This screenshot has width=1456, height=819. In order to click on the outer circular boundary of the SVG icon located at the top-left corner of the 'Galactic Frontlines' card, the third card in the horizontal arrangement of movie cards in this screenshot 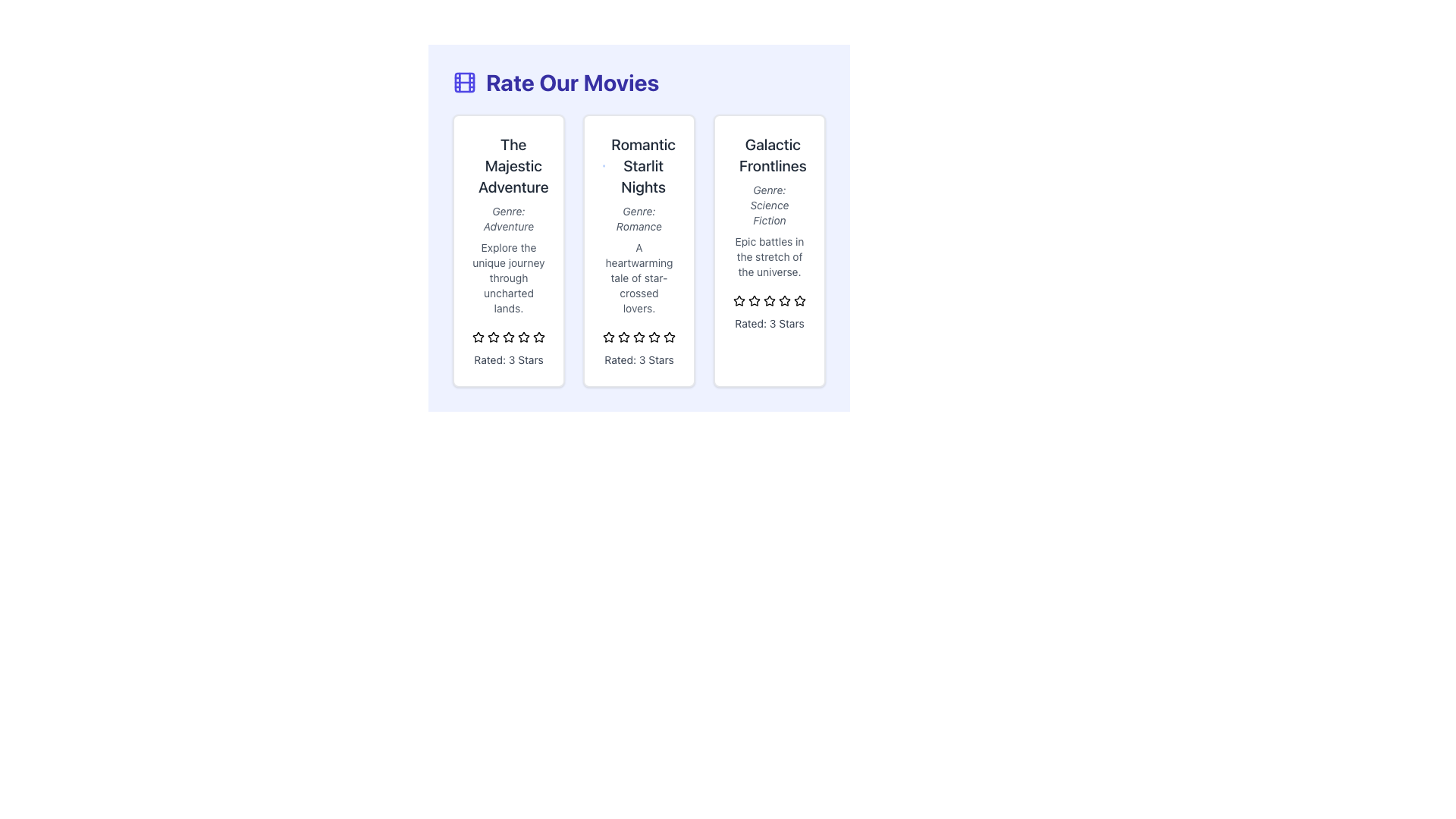, I will do `click(742, 157)`.